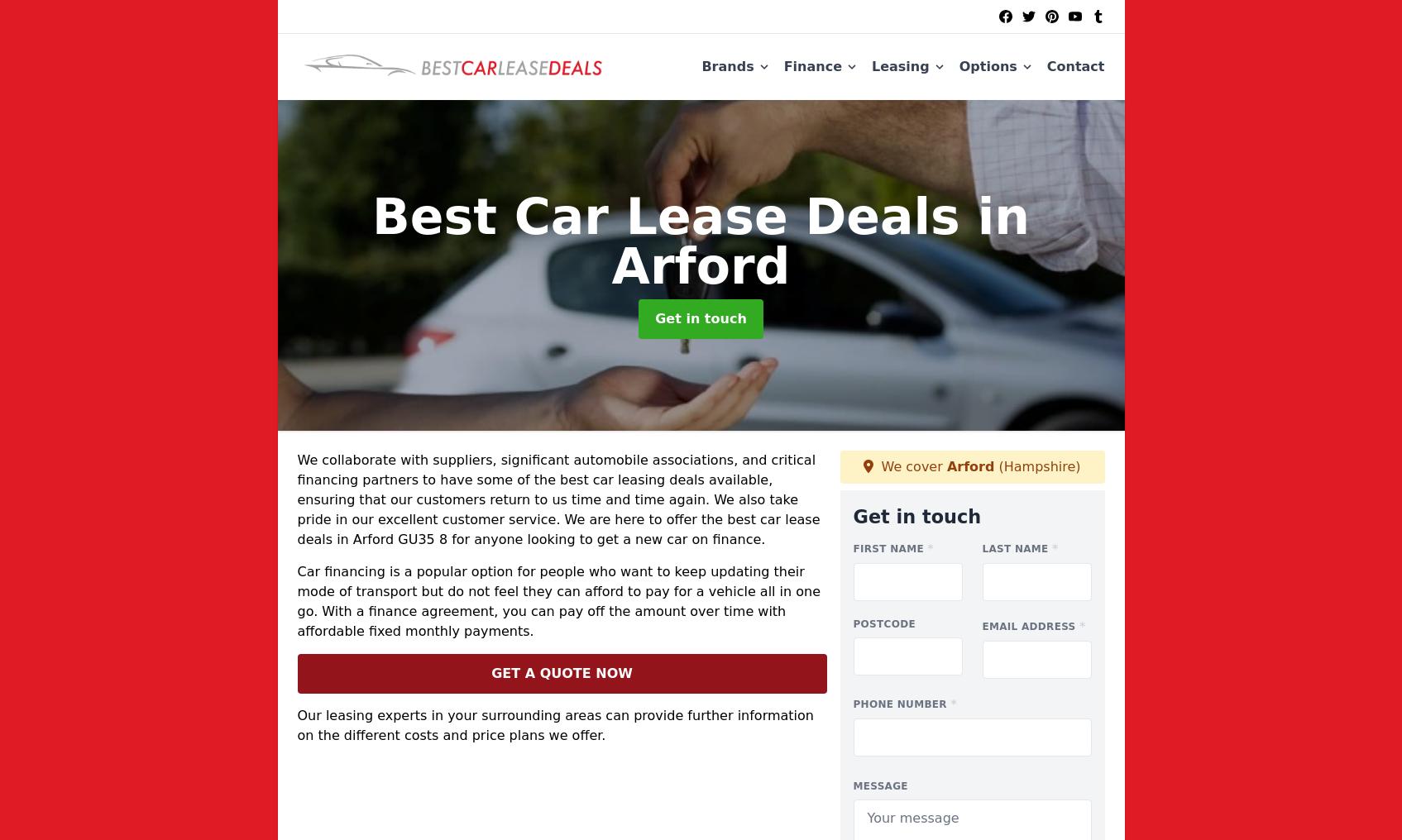  Describe the element at coordinates (871, 65) in the screenshot. I see `'Leasing'` at that location.